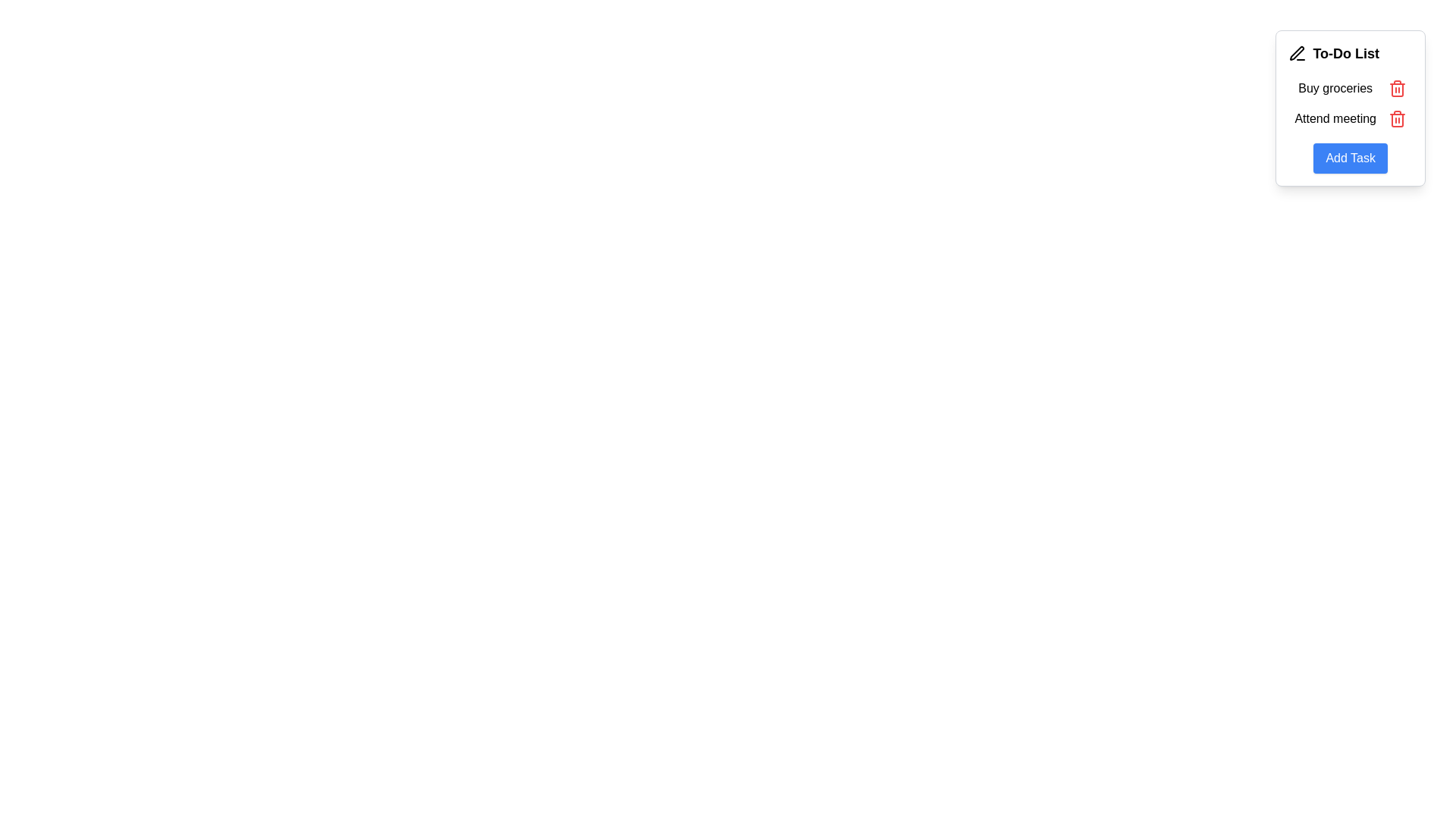 This screenshot has width=1456, height=819. Describe the element at coordinates (1397, 88) in the screenshot. I see `the trash can icon button that symbolizes a delete action for the 'Attend meeting' task in the to-do list application to potentially see a tooltip` at that location.